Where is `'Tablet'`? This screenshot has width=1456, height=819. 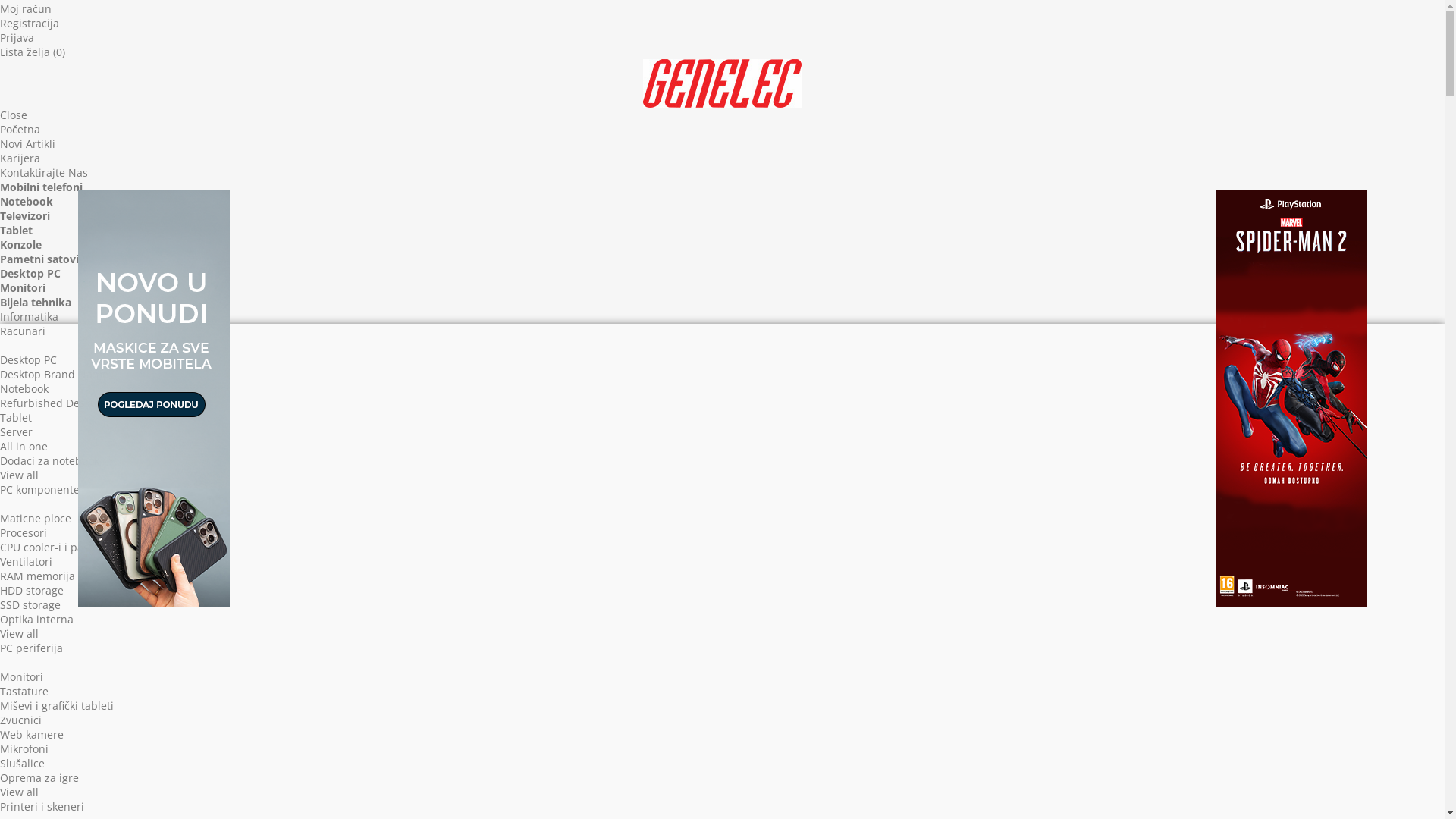
'Tablet' is located at coordinates (16, 230).